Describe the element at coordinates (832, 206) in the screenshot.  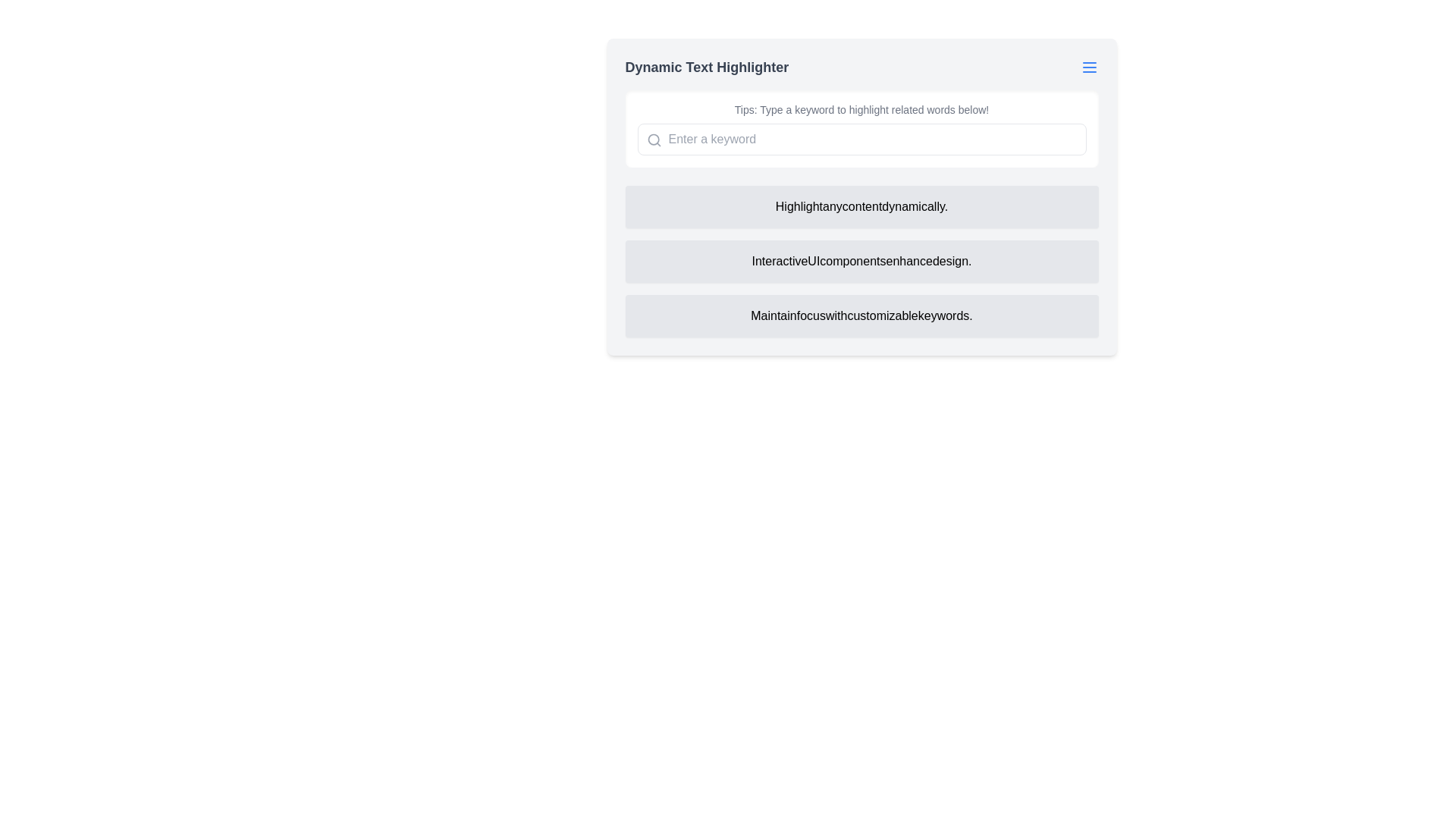
I see `the text element 'any', which is the second word in the sentence 'Highlight any content dynamically.'` at that location.